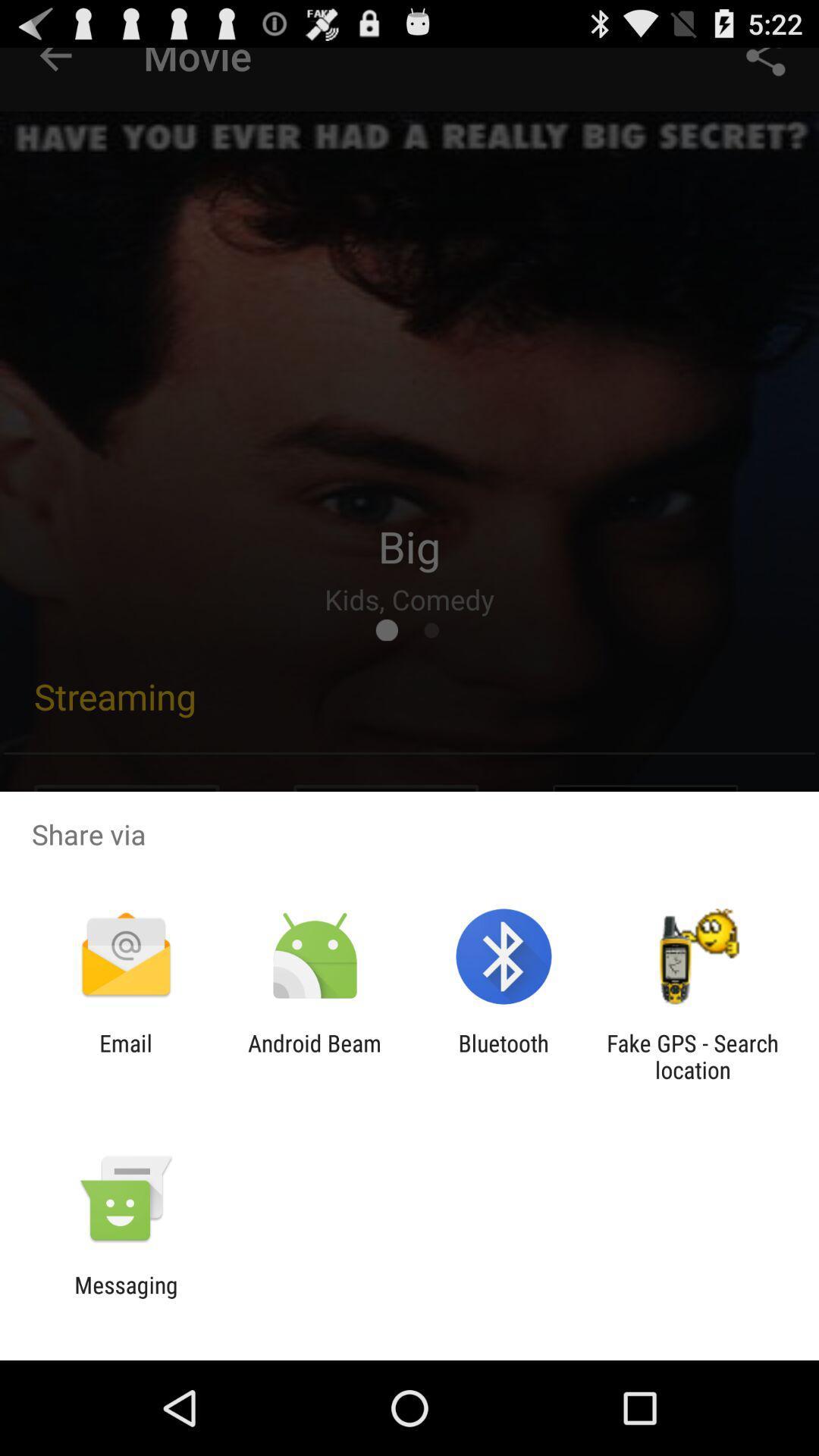 This screenshot has width=819, height=1456. What do you see at coordinates (504, 1056) in the screenshot?
I see `icon next to android beam app` at bounding box center [504, 1056].